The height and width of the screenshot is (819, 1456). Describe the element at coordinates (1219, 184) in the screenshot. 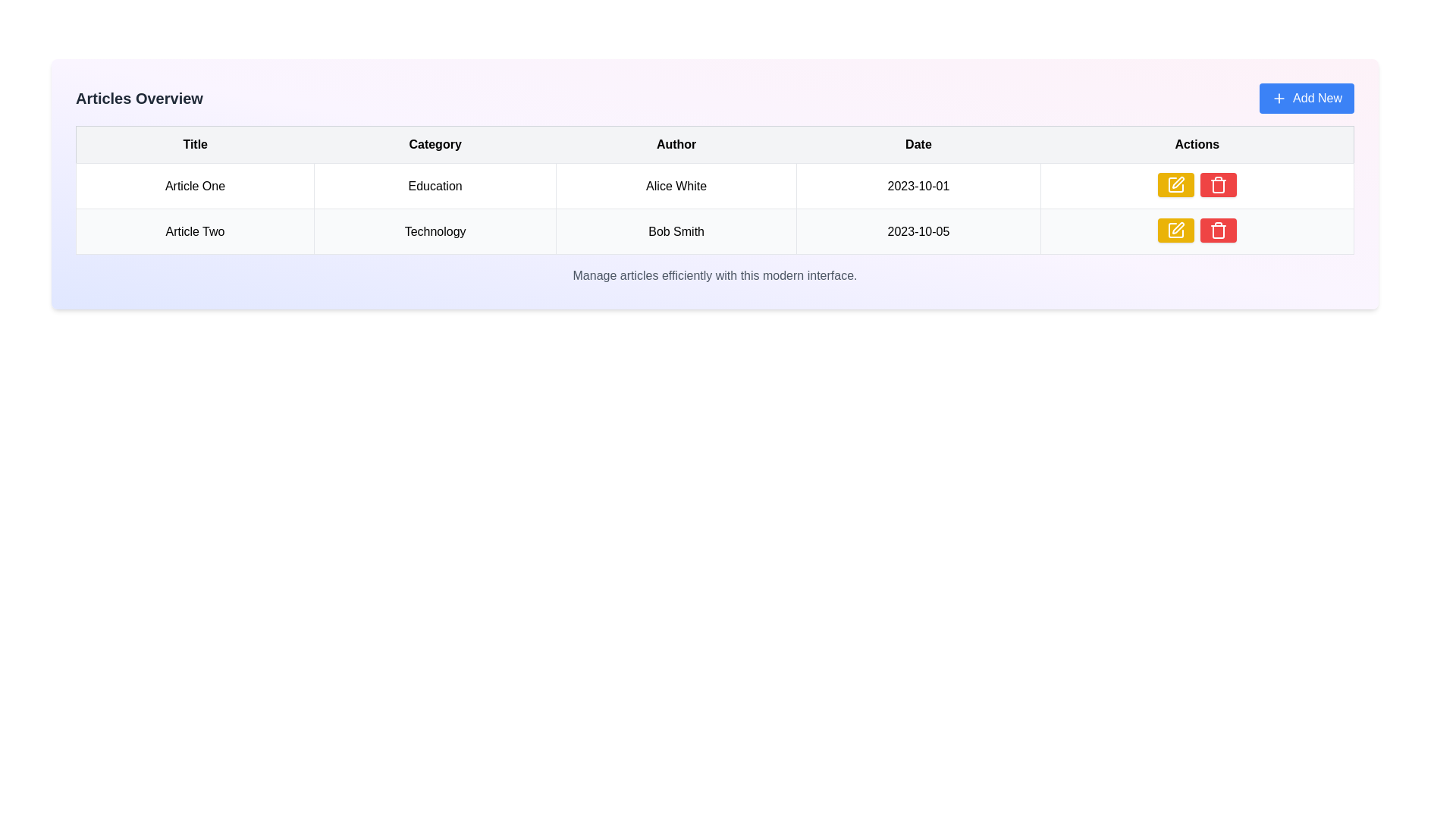

I see `the rightmost icon button in the second row of the Actions column to initiate a delete action` at that location.